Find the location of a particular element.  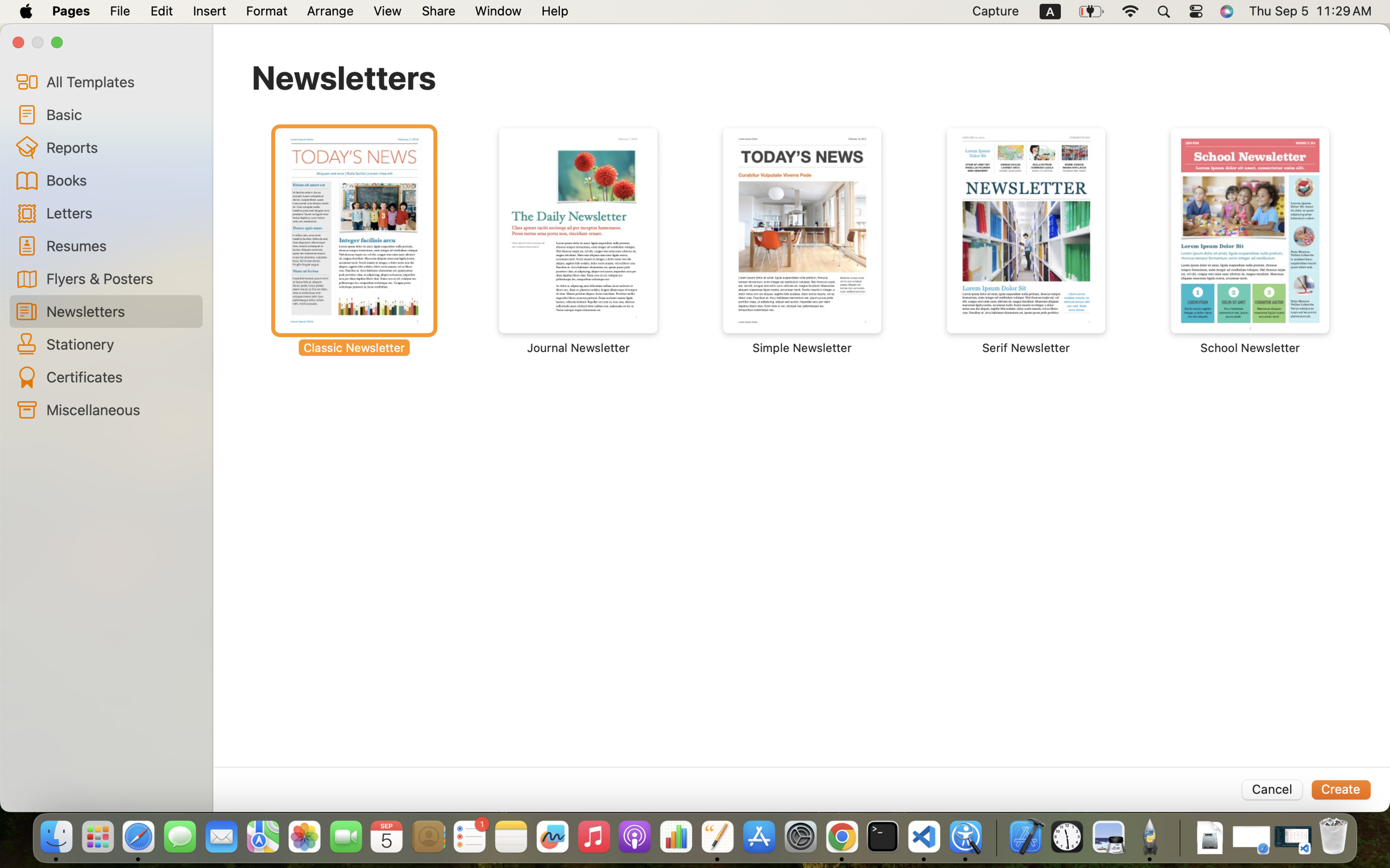

'Miscellaneous' is located at coordinates (119, 409).